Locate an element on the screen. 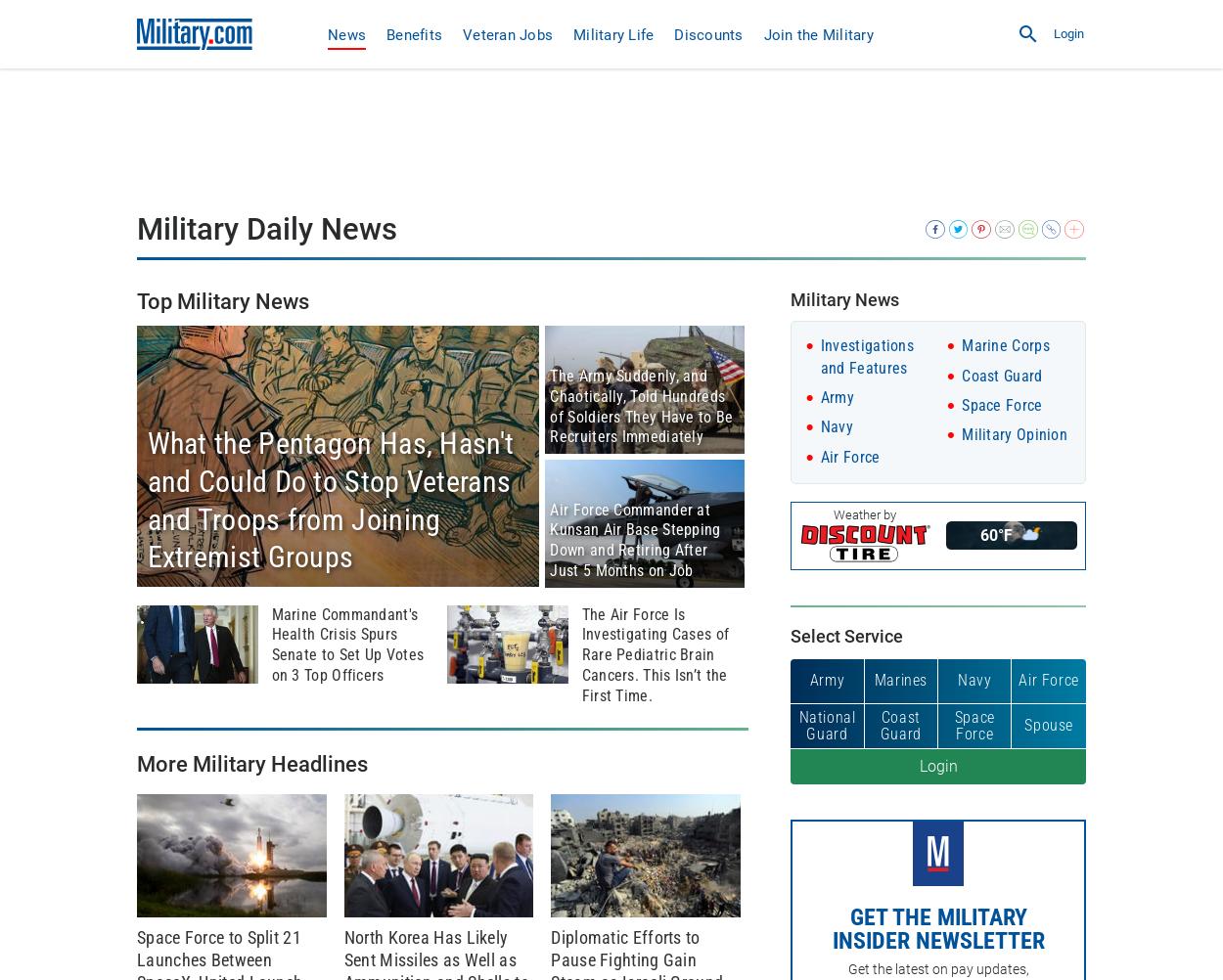  'Investigations and Features' is located at coordinates (819, 356).